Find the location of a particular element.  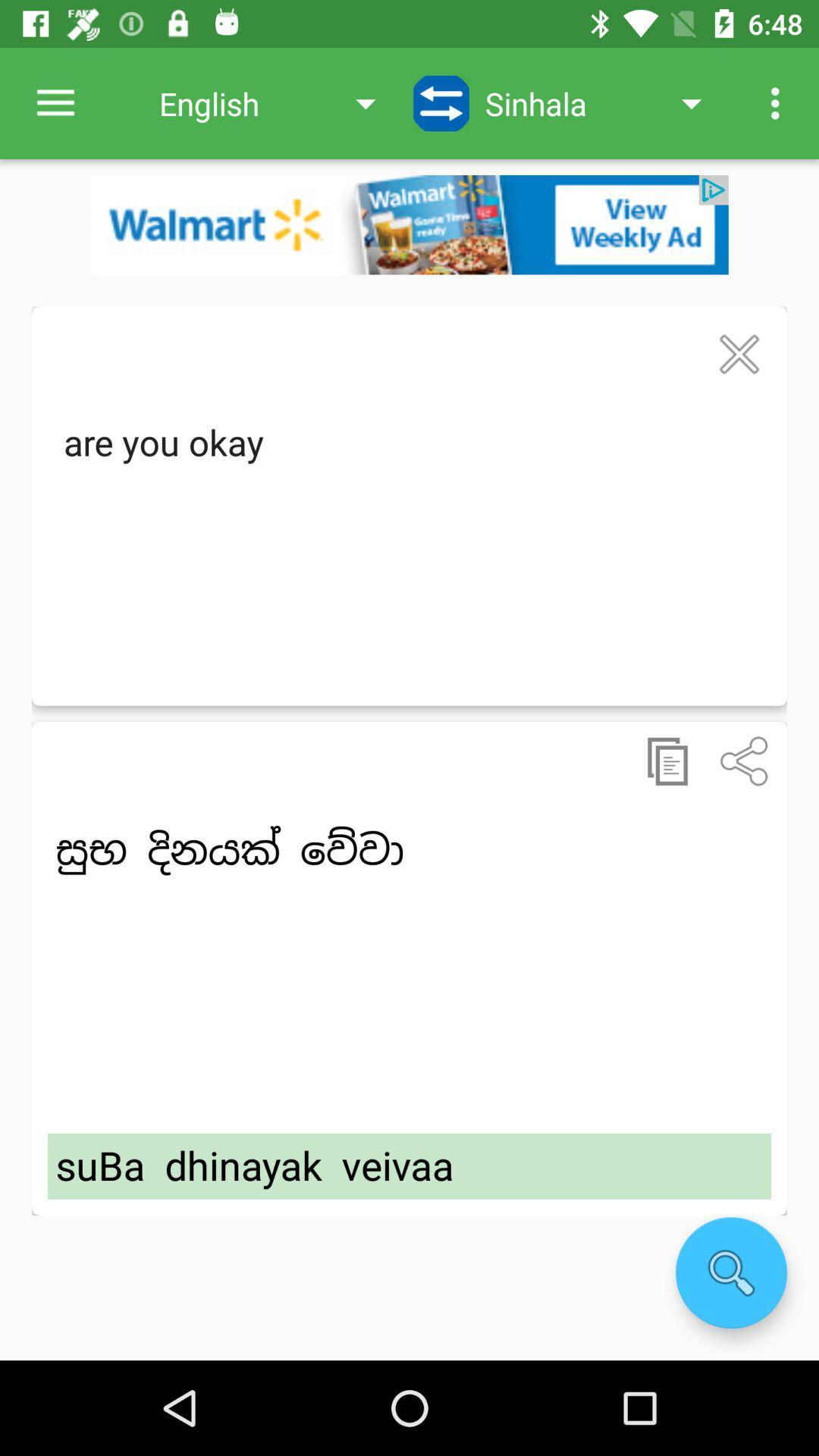

refresh option is located at coordinates (441, 102).